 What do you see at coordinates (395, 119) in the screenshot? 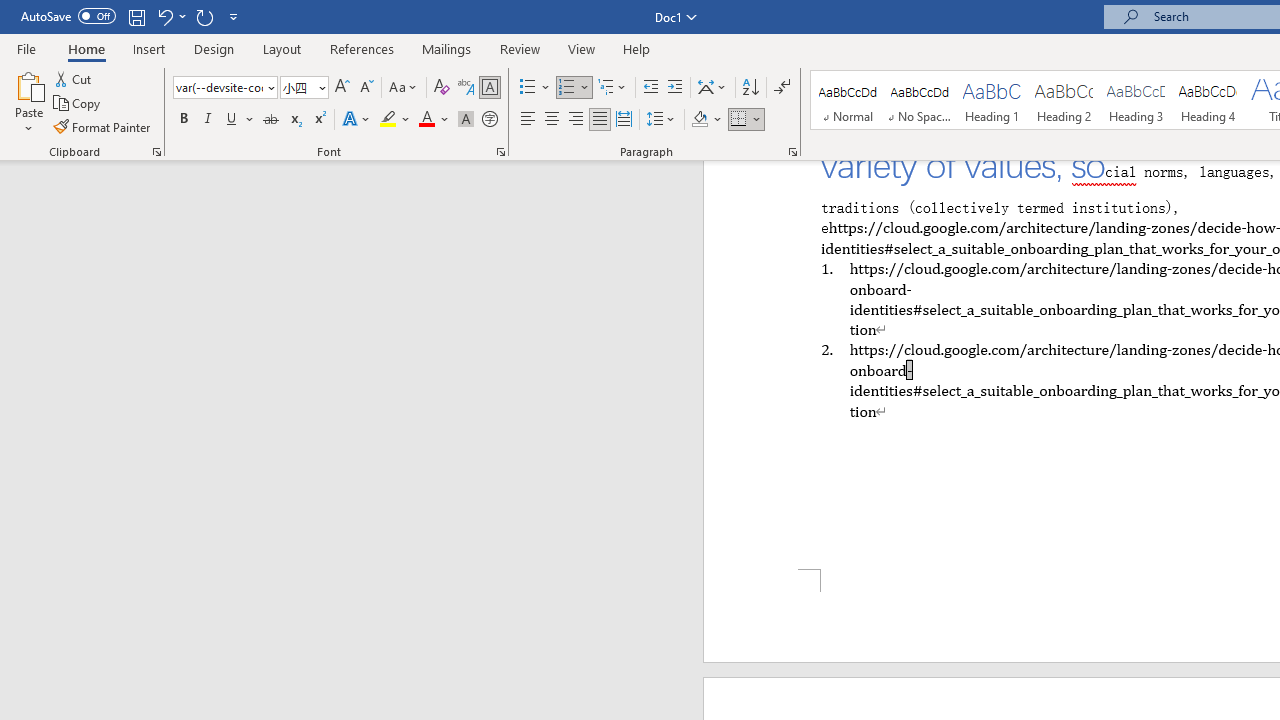
I see `'Text Highlight Color'` at bounding box center [395, 119].